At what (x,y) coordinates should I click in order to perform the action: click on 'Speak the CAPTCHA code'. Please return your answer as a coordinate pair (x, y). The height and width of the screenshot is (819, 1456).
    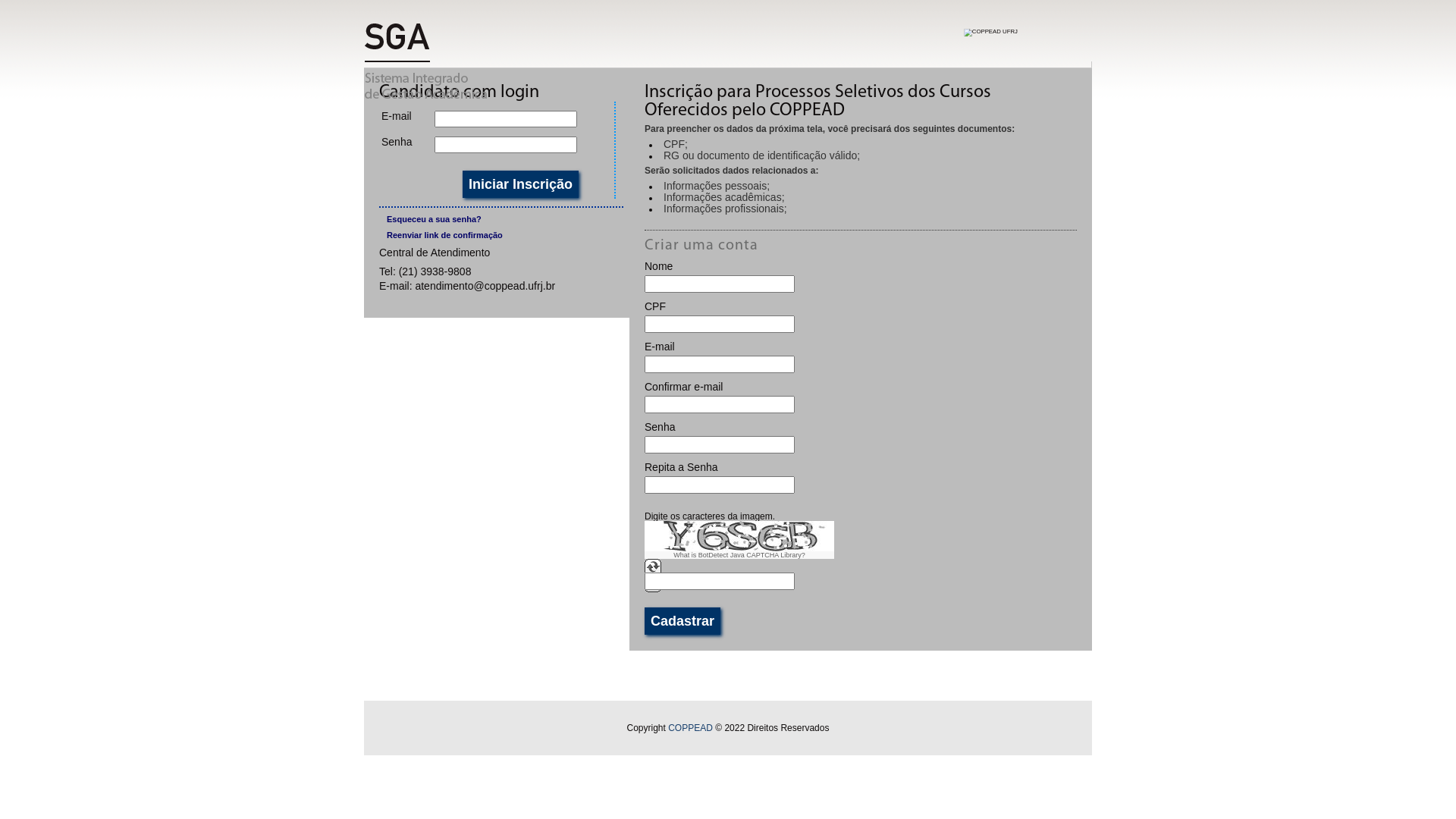
    Looking at the image, I should click on (652, 588).